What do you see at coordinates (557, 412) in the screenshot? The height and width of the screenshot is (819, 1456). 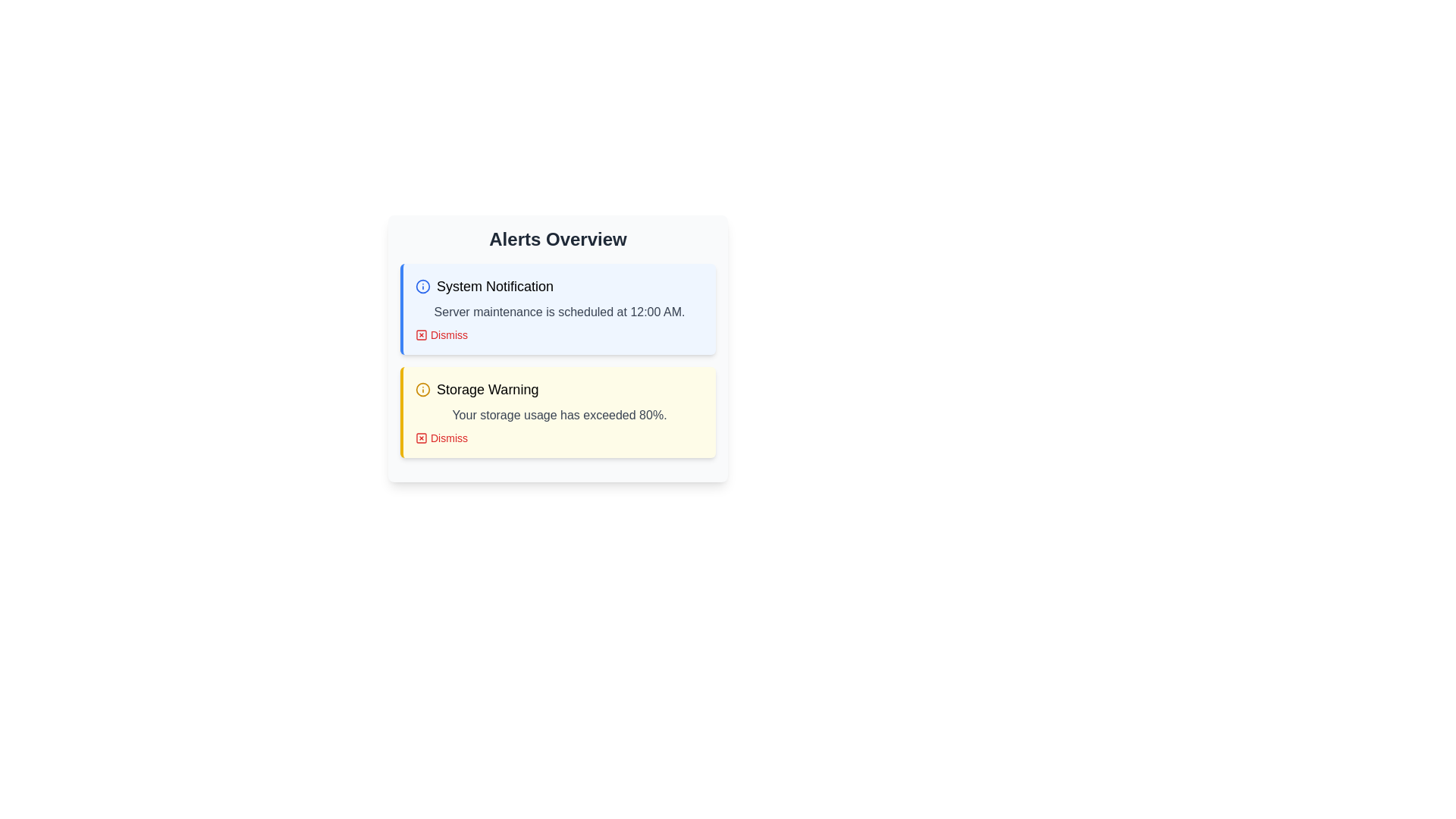 I see `the second alert box in the 'Alerts Overview' section that notifies the user about storage usage exceeding 80%` at bounding box center [557, 412].